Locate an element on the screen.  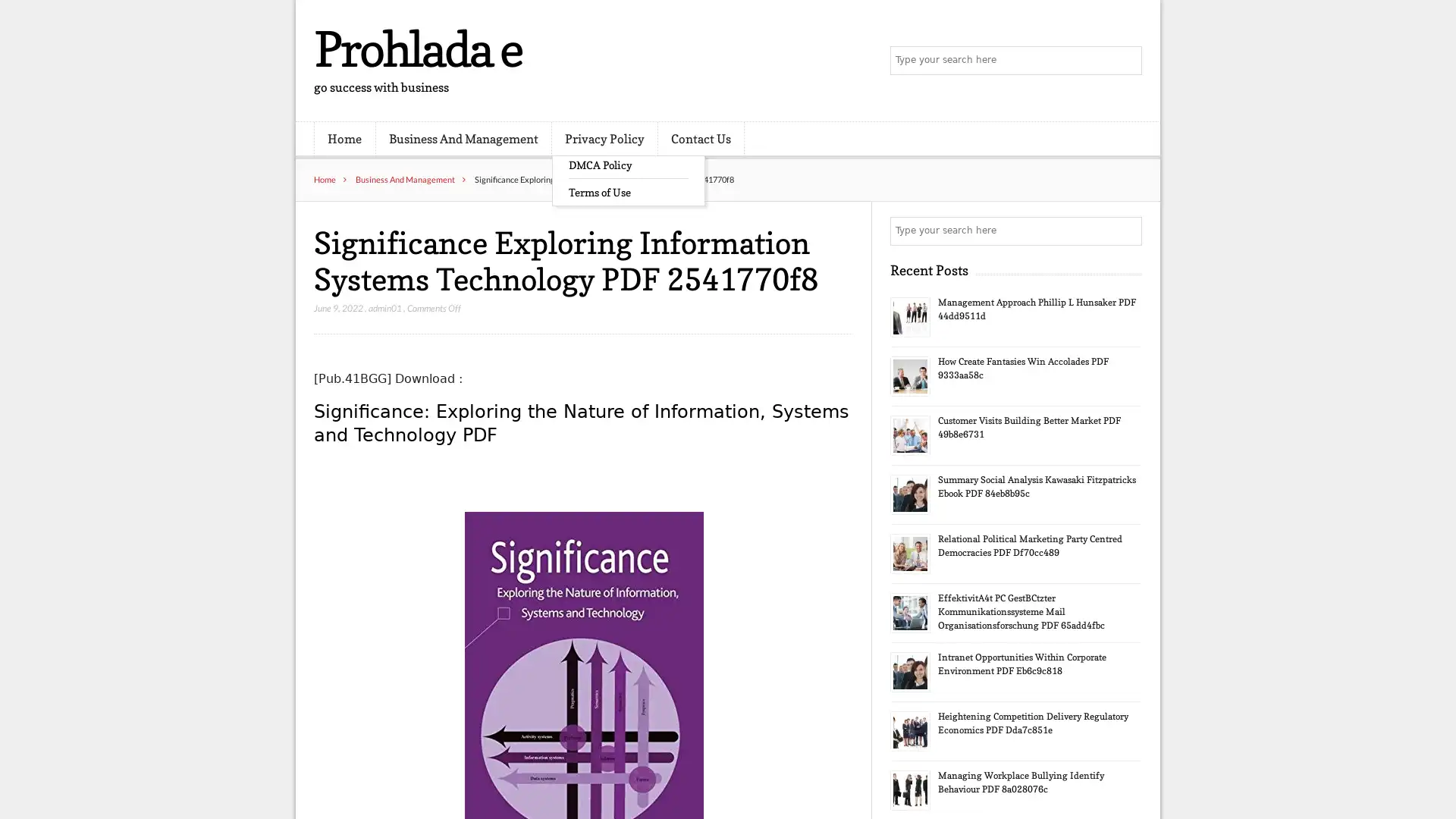
Search is located at coordinates (1126, 231).